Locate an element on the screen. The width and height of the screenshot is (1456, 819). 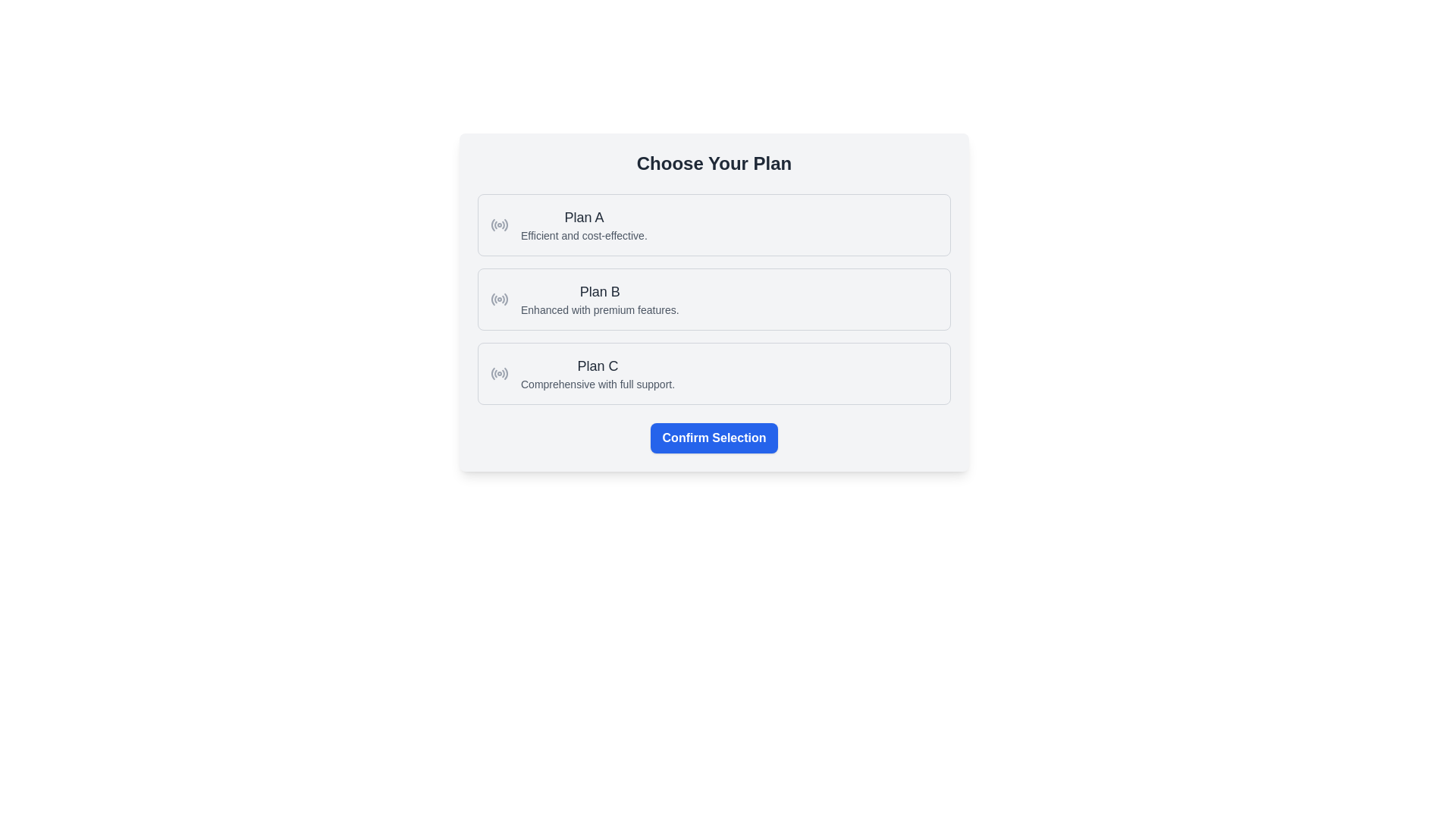
the text label 'Enhanced with premium features.' positioned below the 'Plan B' title is located at coordinates (599, 309).